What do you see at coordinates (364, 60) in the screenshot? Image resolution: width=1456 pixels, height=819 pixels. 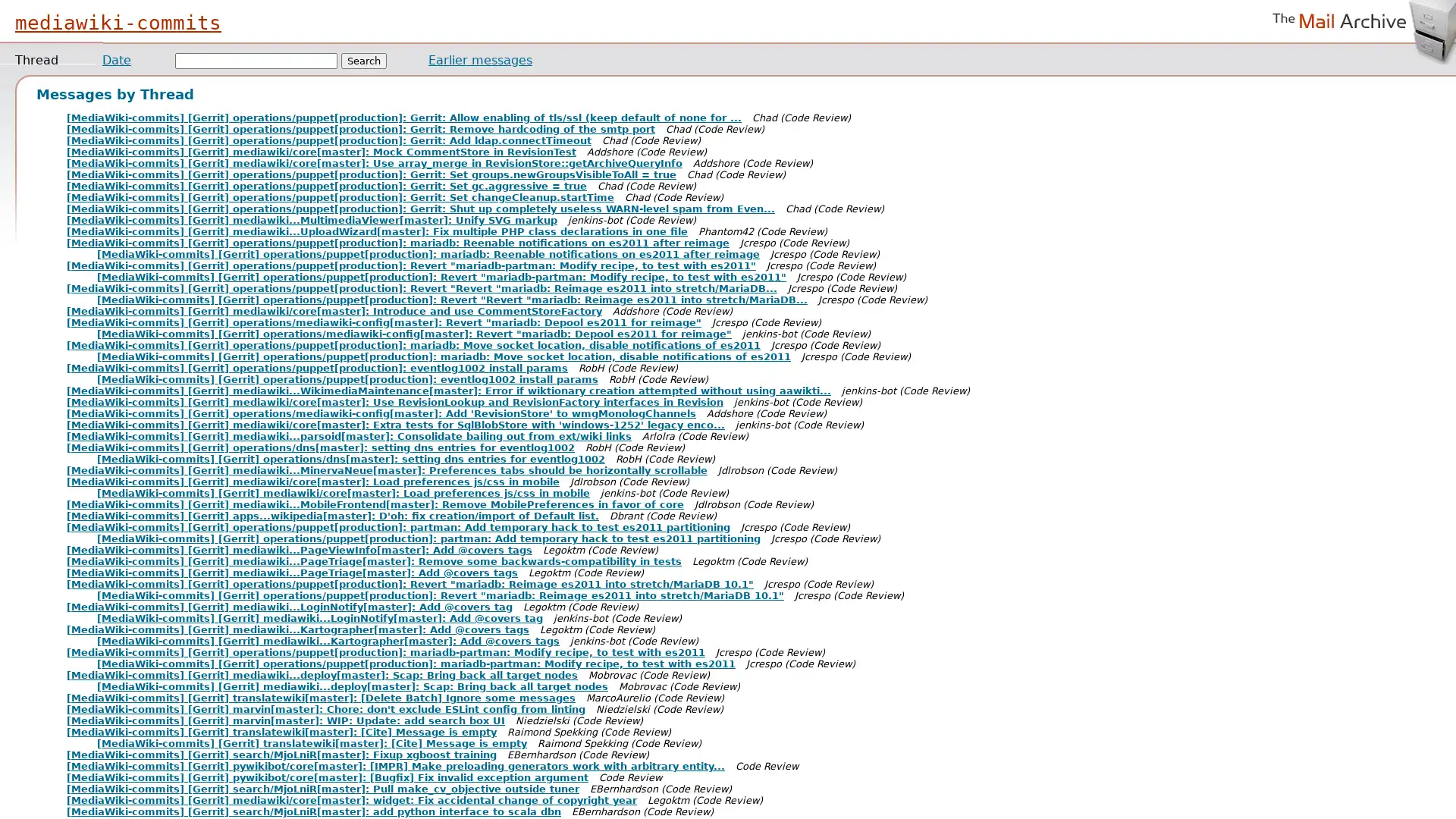 I see `Search` at bounding box center [364, 60].